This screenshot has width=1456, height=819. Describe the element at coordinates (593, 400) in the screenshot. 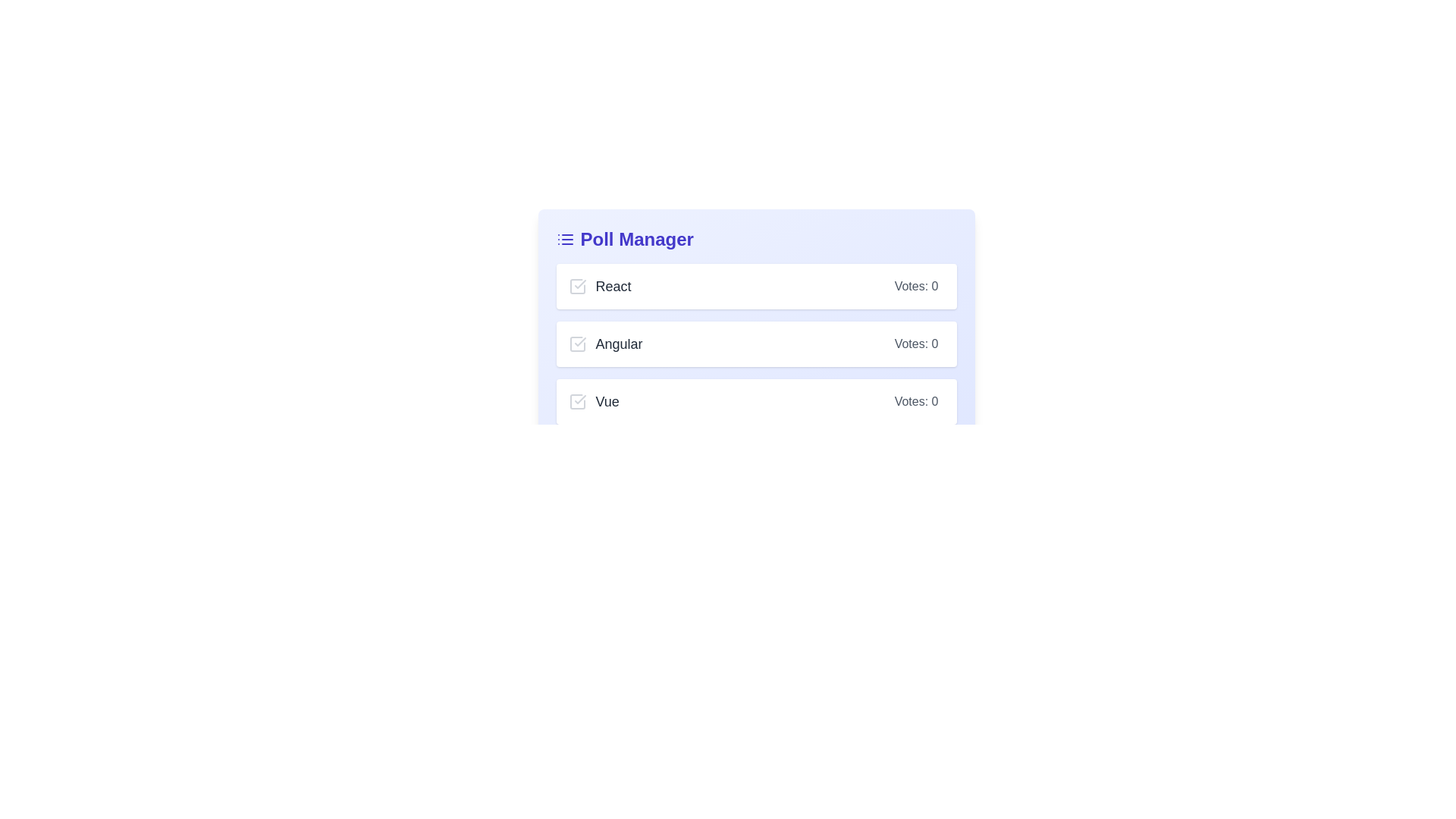

I see `the label for the third selectable option 'Vue' within the poll interface, located beneath the 'Poll Manager' header and adjacent to a 'Votes: 0' label` at that location.